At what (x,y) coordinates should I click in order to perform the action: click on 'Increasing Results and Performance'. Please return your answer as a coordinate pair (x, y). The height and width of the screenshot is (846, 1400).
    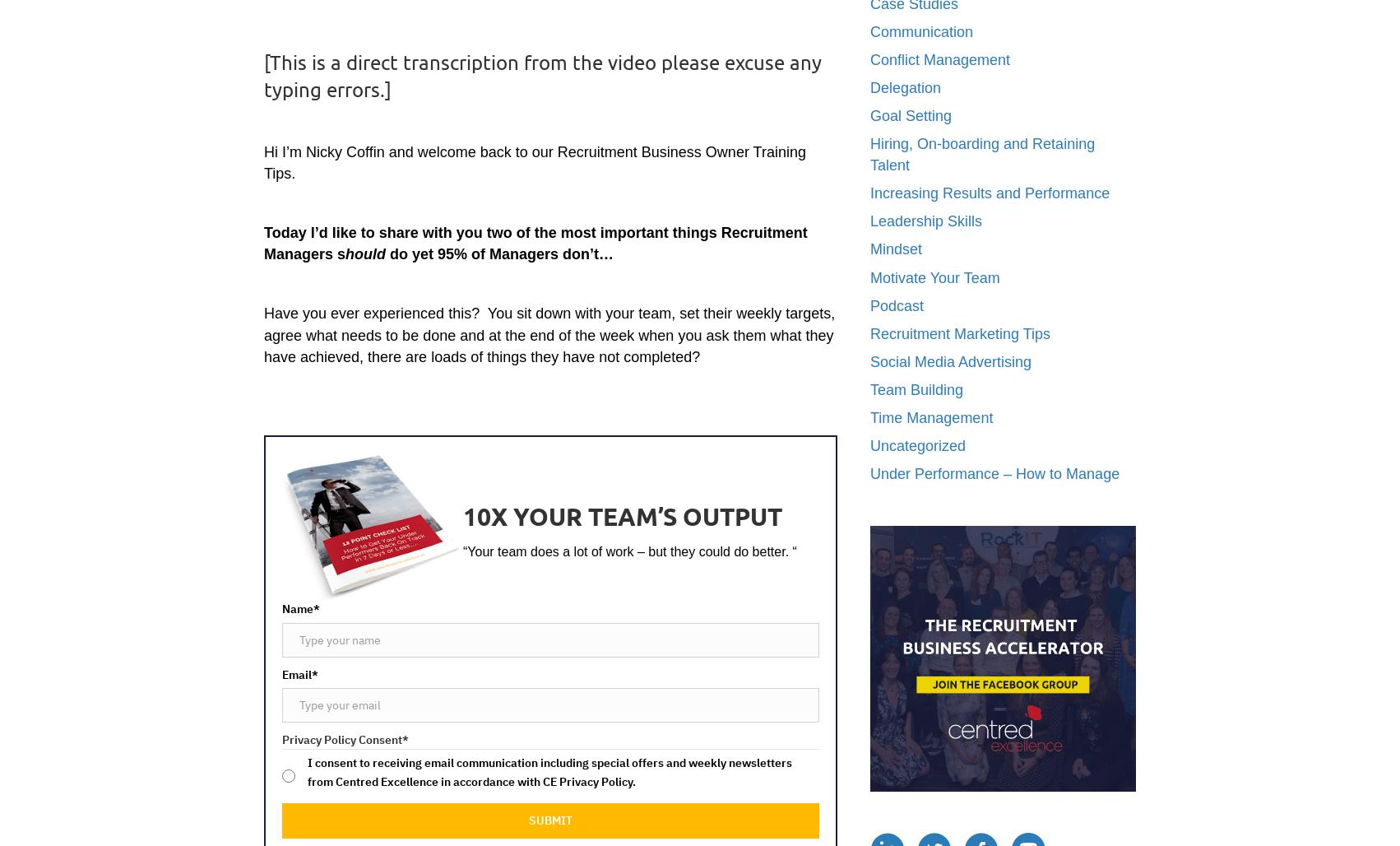
    Looking at the image, I should click on (990, 193).